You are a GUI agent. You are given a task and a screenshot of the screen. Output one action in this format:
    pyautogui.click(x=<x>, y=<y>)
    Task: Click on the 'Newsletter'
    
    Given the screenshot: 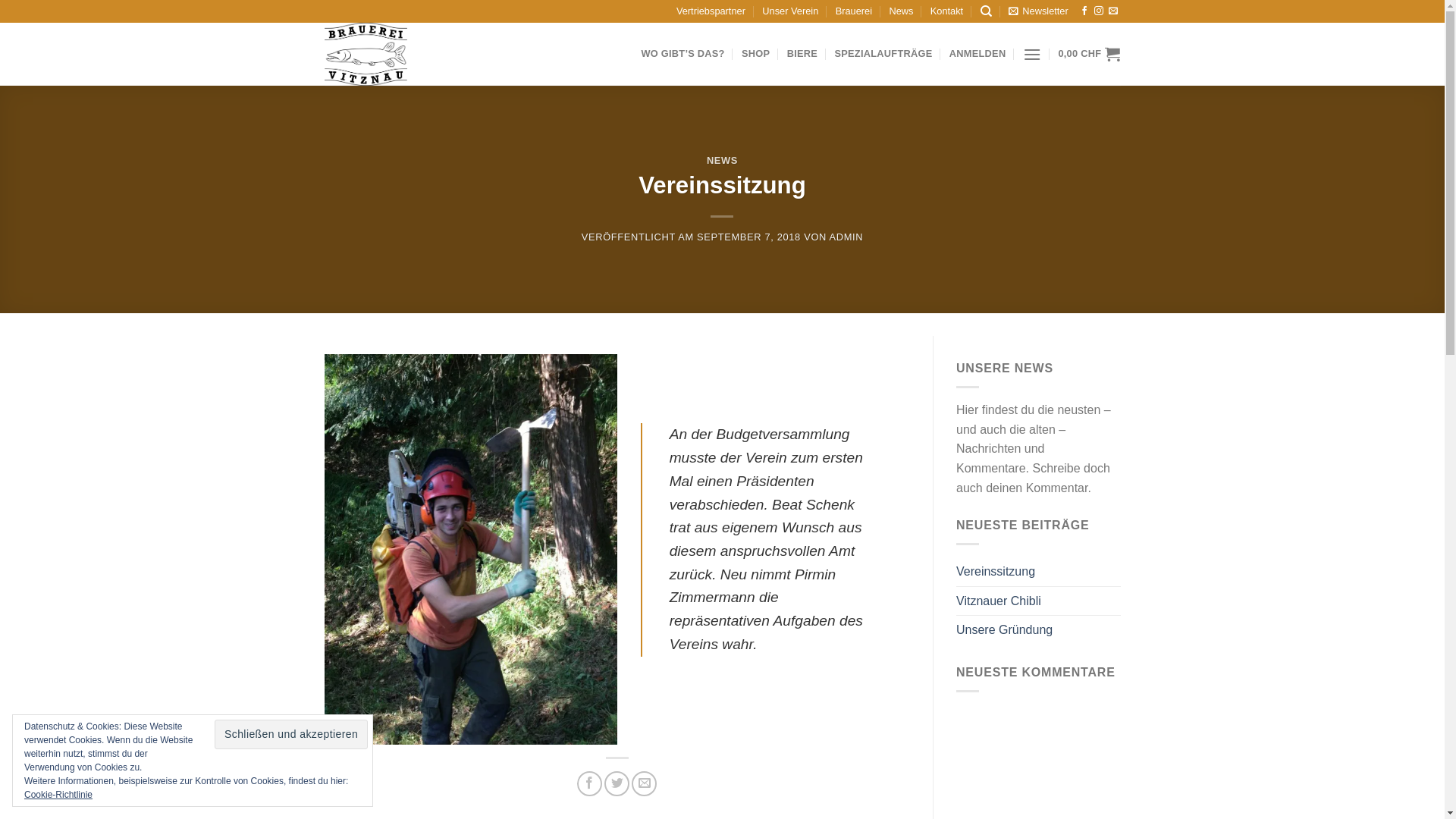 What is the action you would take?
    pyautogui.click(x=1037, y=11)
    